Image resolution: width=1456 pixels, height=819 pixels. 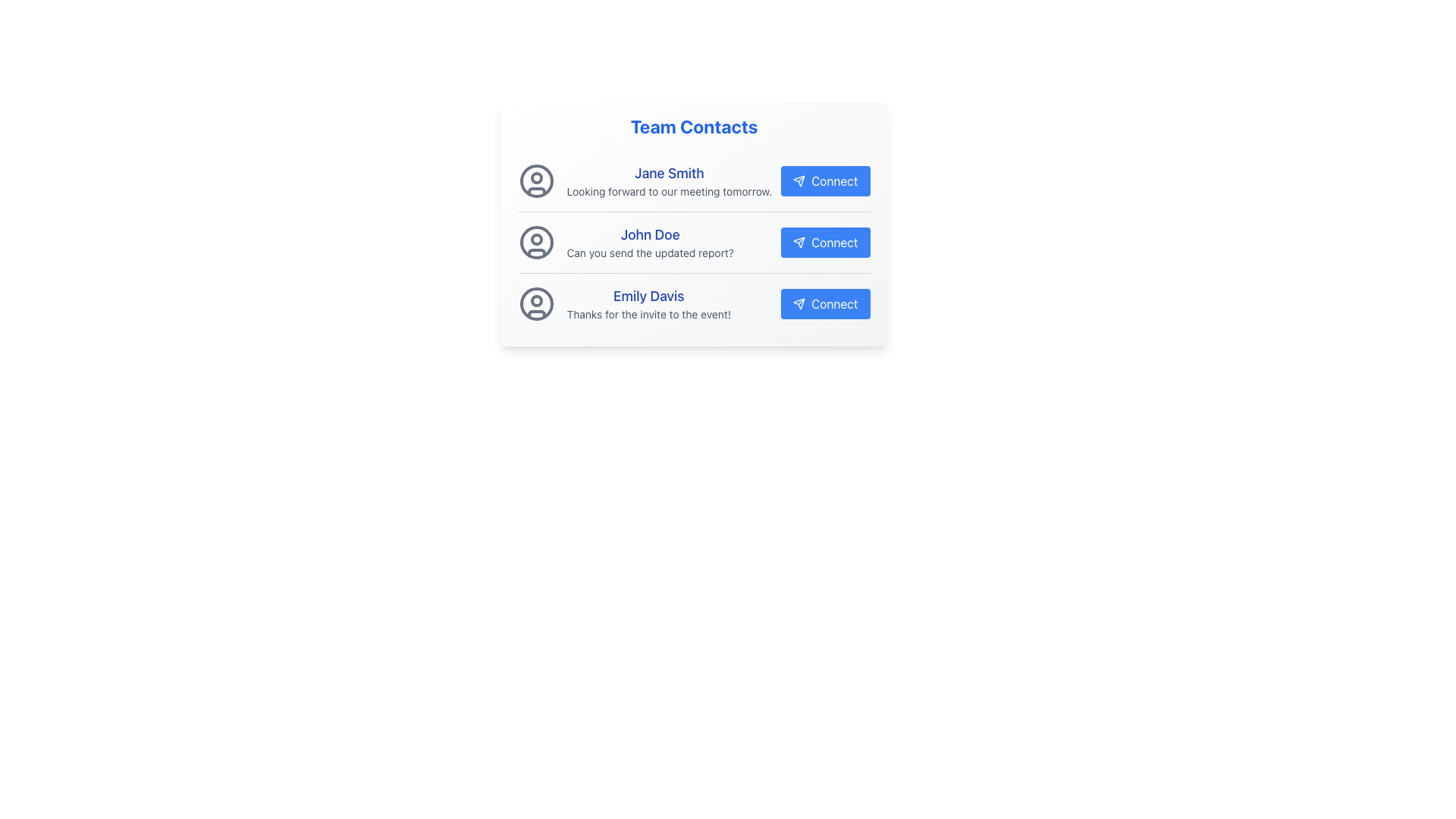 What do you see at coordinates (693, 242) in the screenshot?
I see `the profile name 'John Doe' in the second row of the 'Team Contacts' list` at bounding box center [693, 242].